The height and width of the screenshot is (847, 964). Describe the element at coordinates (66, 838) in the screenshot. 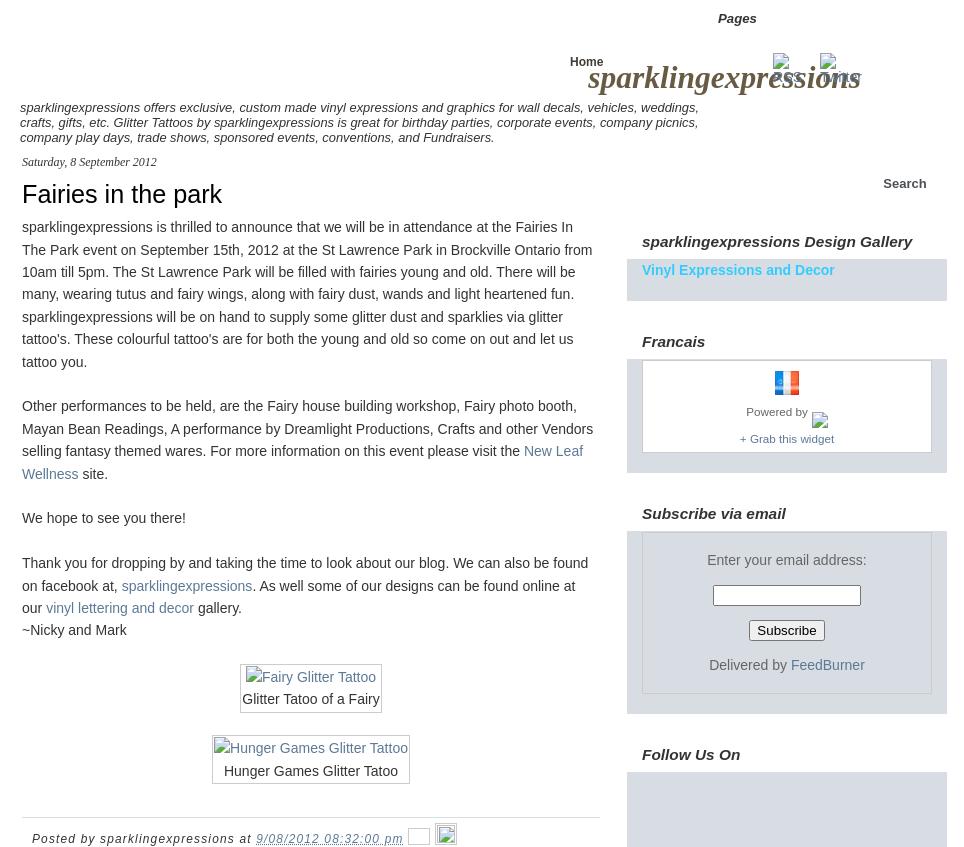

I see `'Posted by'` at that location.